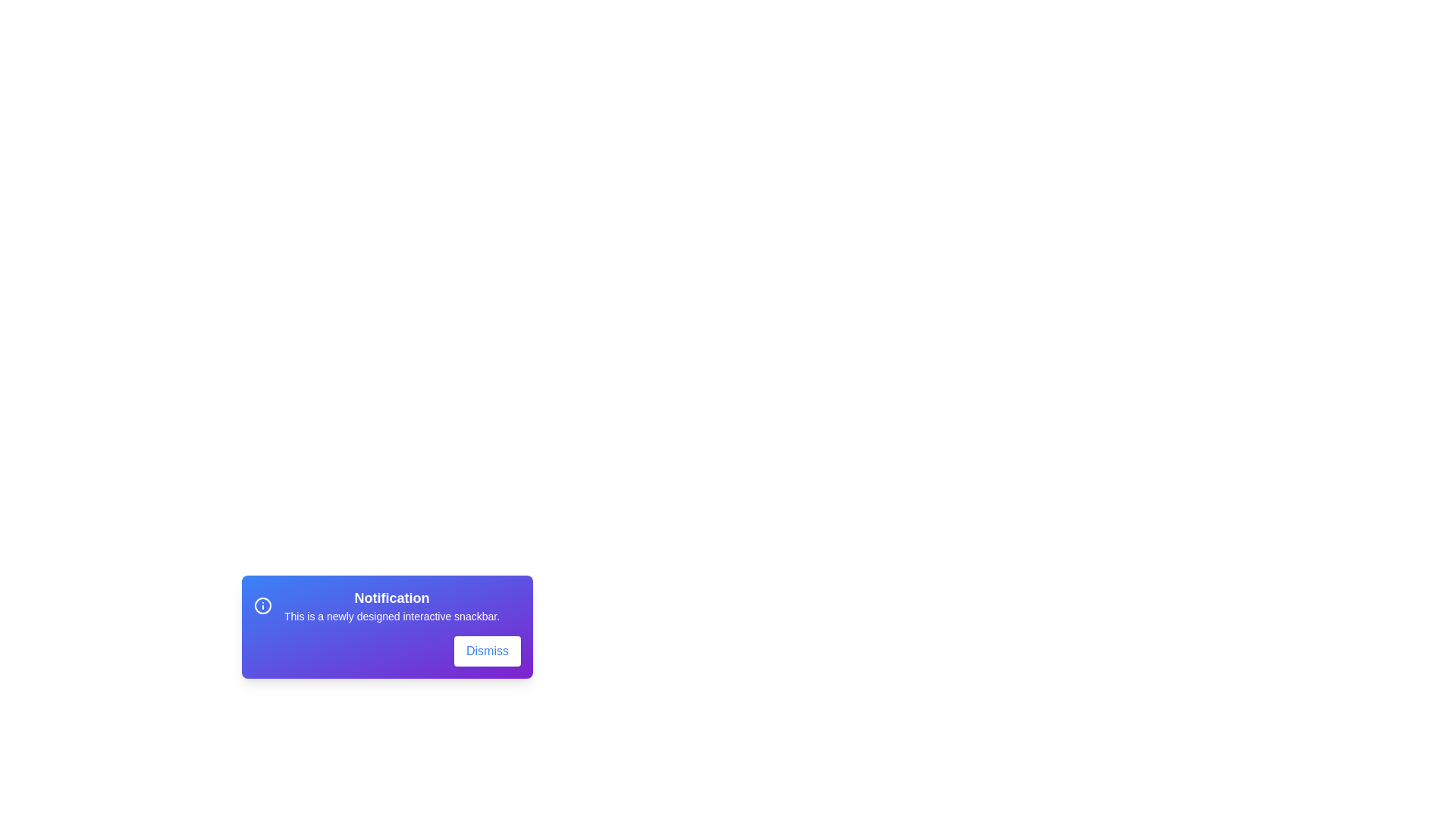  What do you see at coordinates (488, 651) in the screenshot?
I see `the dismiss button located at the bottom-right of the notification card to trigger the hover style` at bounding box center [488, 651].